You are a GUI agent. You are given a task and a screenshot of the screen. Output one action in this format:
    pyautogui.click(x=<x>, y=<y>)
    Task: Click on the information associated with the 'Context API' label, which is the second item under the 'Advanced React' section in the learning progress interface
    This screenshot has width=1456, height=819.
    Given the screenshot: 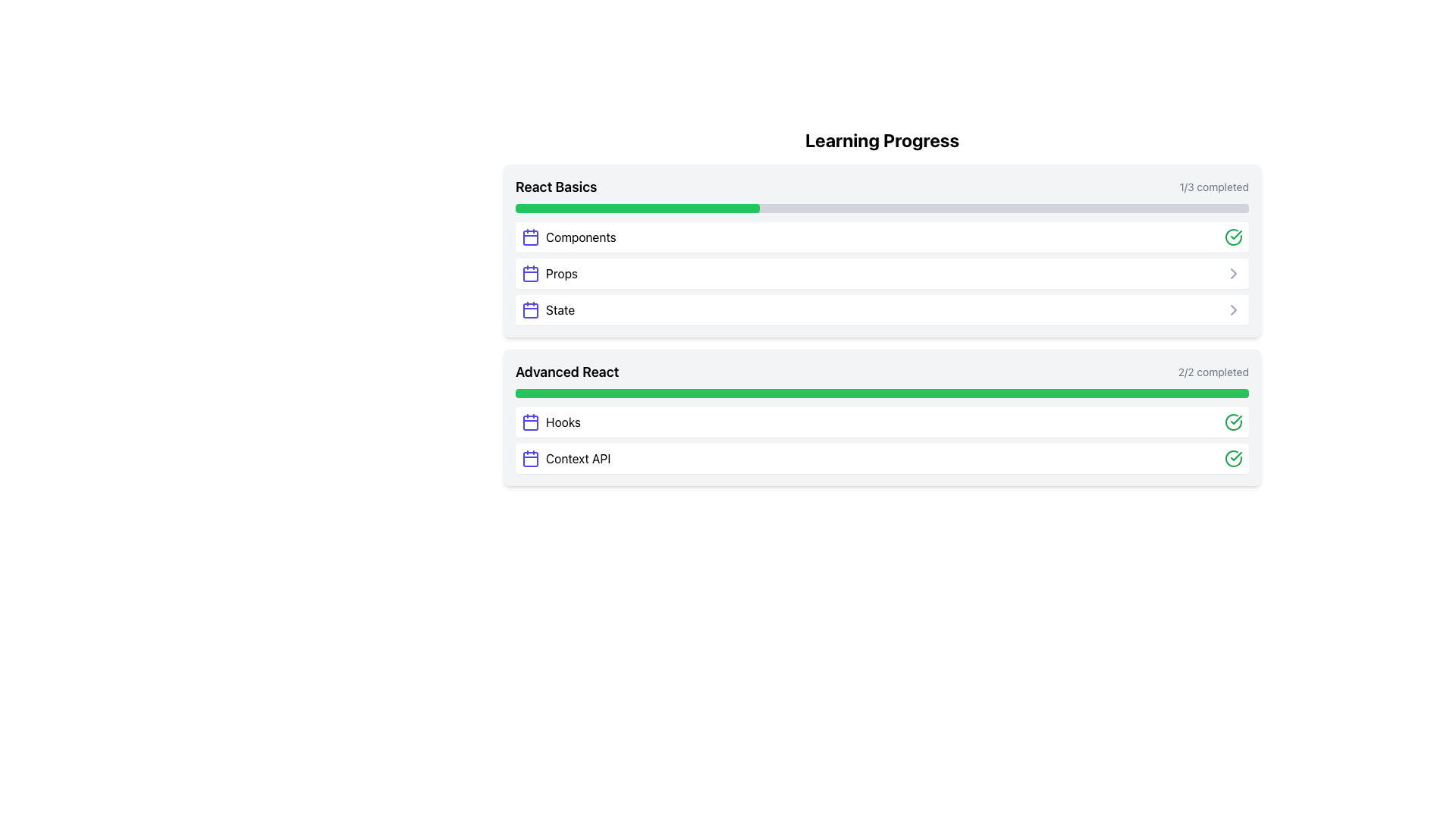 What is the action you would take?
    pyautogui.click(x=565, y=458)
    